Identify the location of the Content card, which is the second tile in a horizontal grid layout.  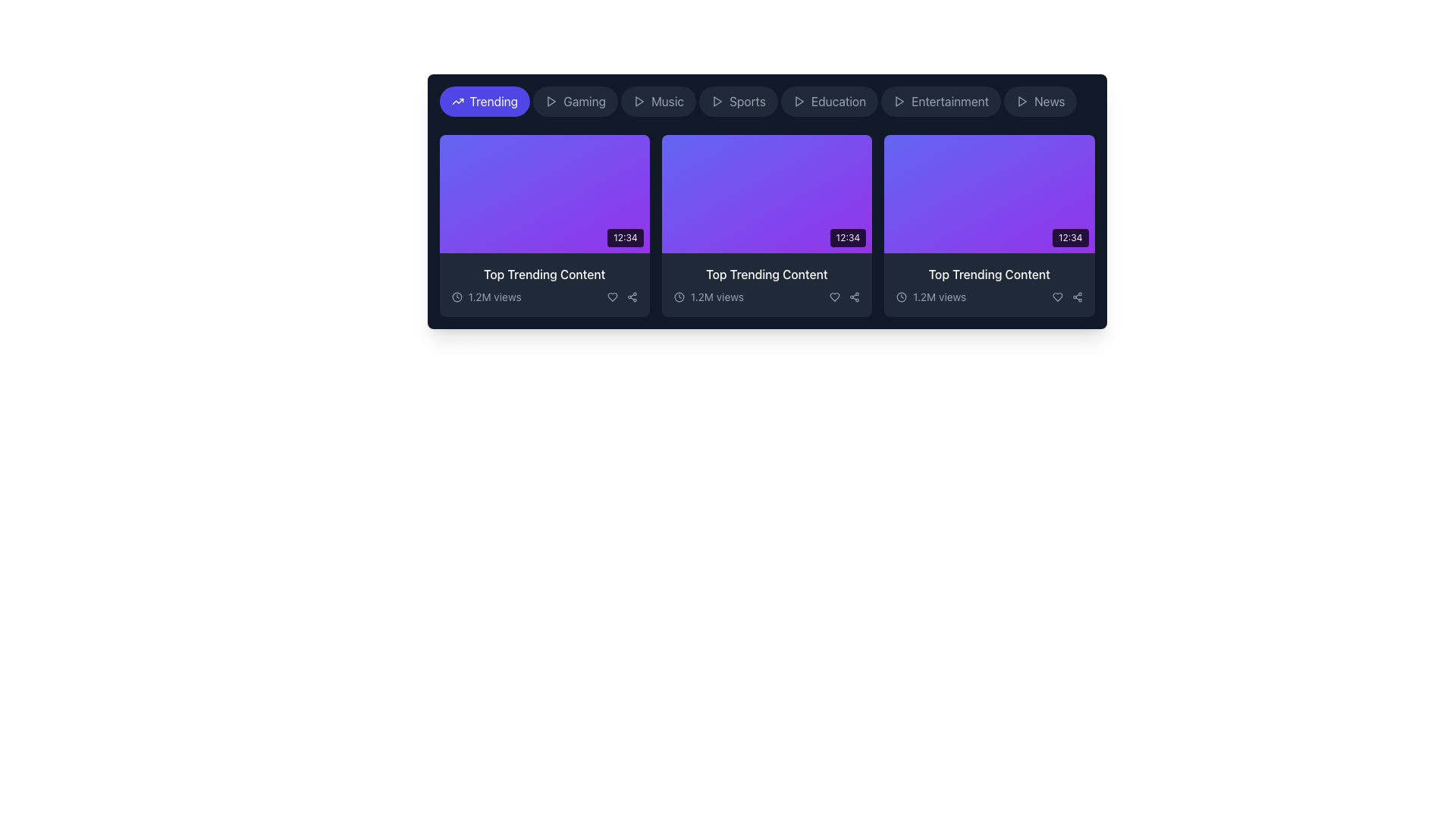
(767, 225).